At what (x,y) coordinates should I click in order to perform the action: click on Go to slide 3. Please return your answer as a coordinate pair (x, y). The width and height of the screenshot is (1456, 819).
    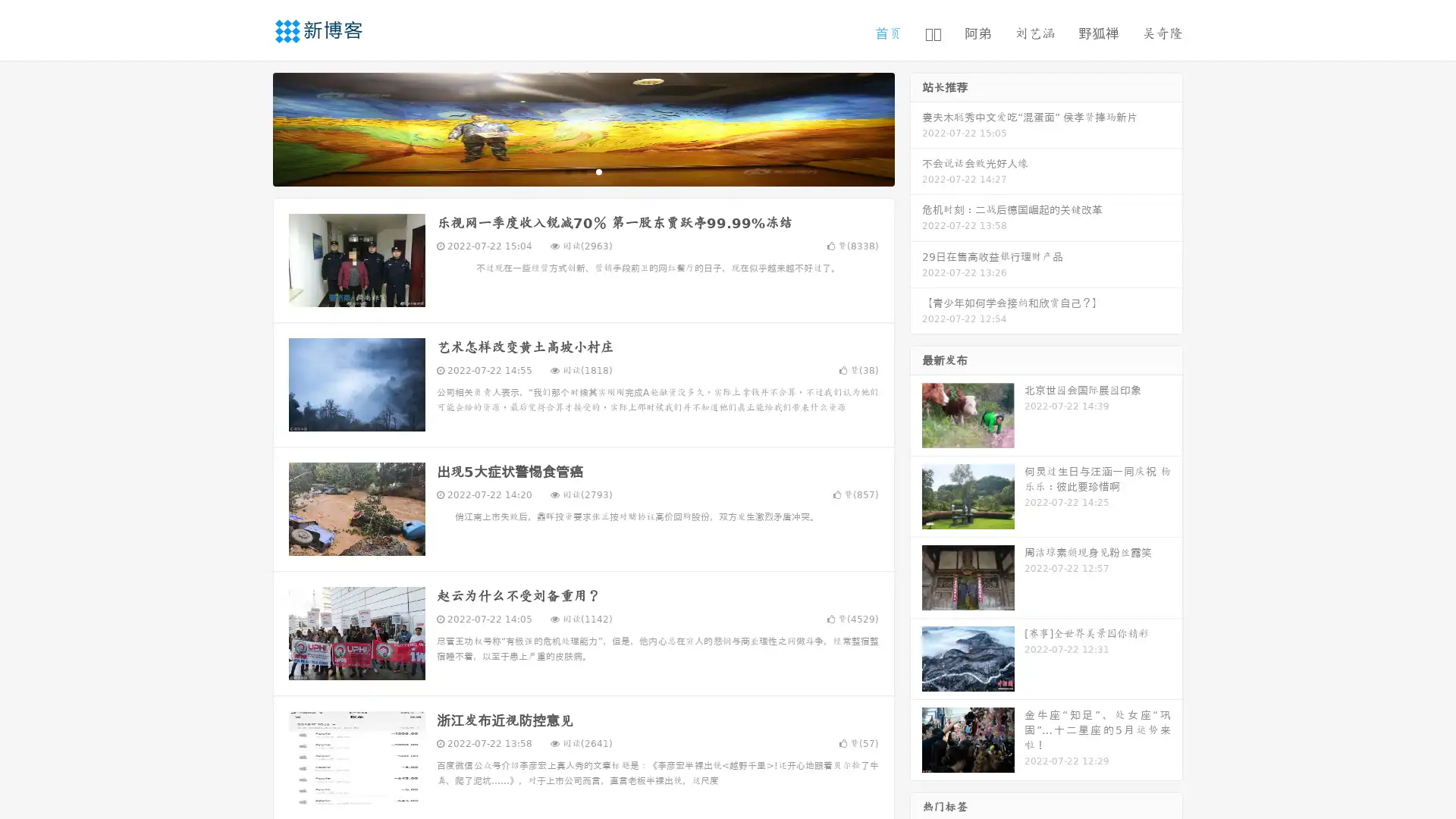
    Looking at the image, I should click on (598, 171).